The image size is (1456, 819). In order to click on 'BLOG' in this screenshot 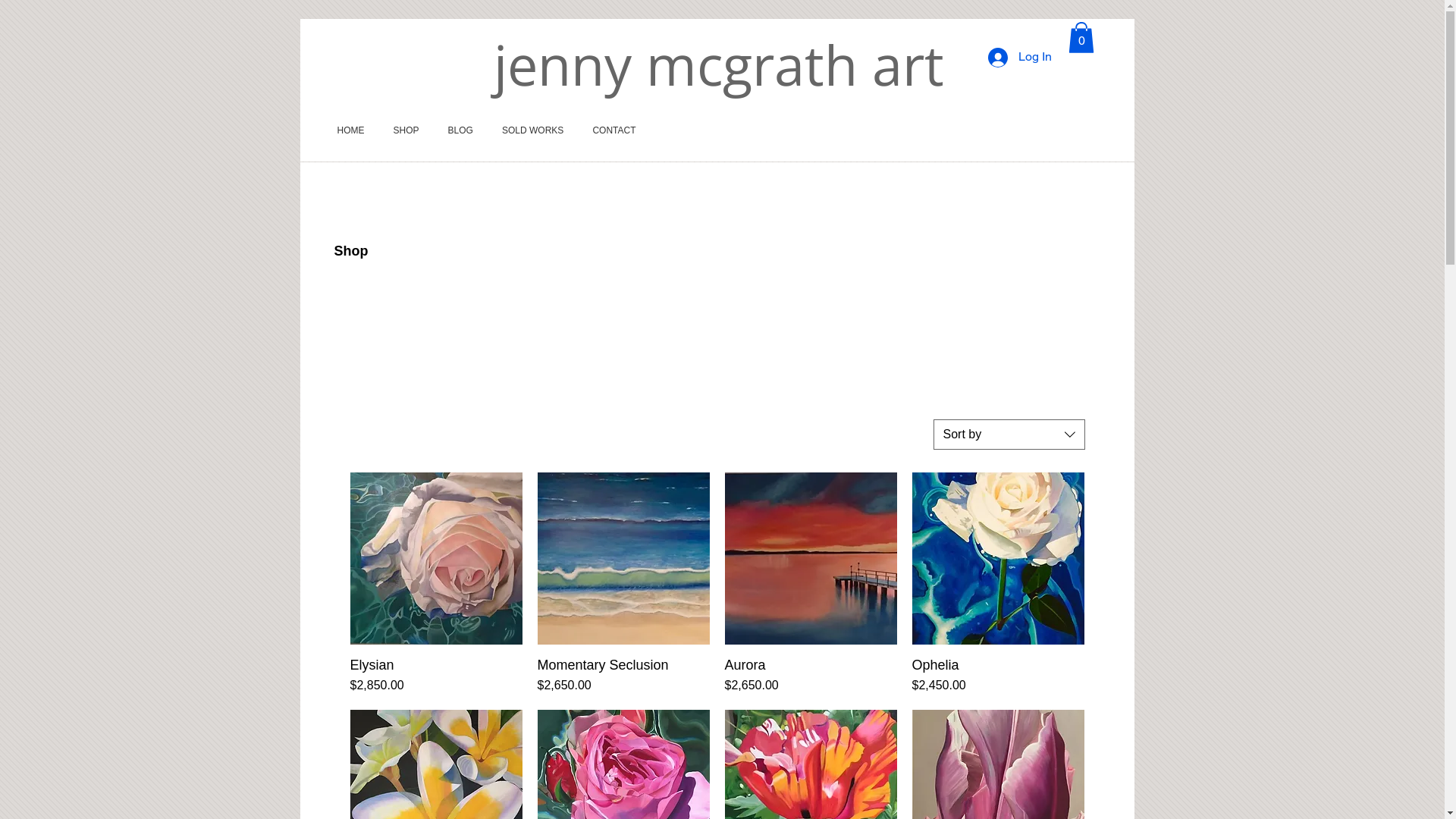, I will do `click(460, 130)`.